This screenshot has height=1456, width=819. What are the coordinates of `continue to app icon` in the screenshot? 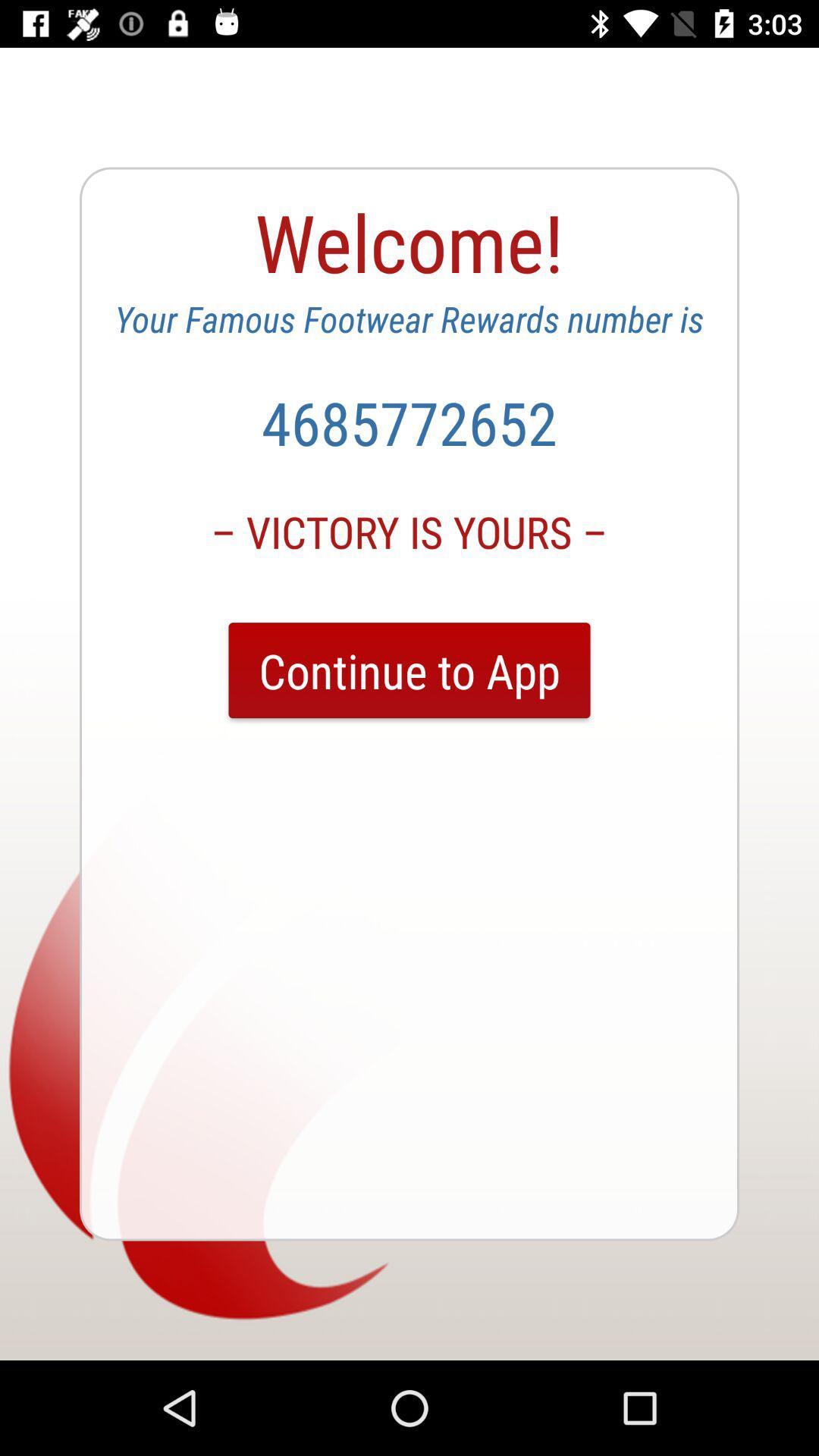 It's located at (409, 670).